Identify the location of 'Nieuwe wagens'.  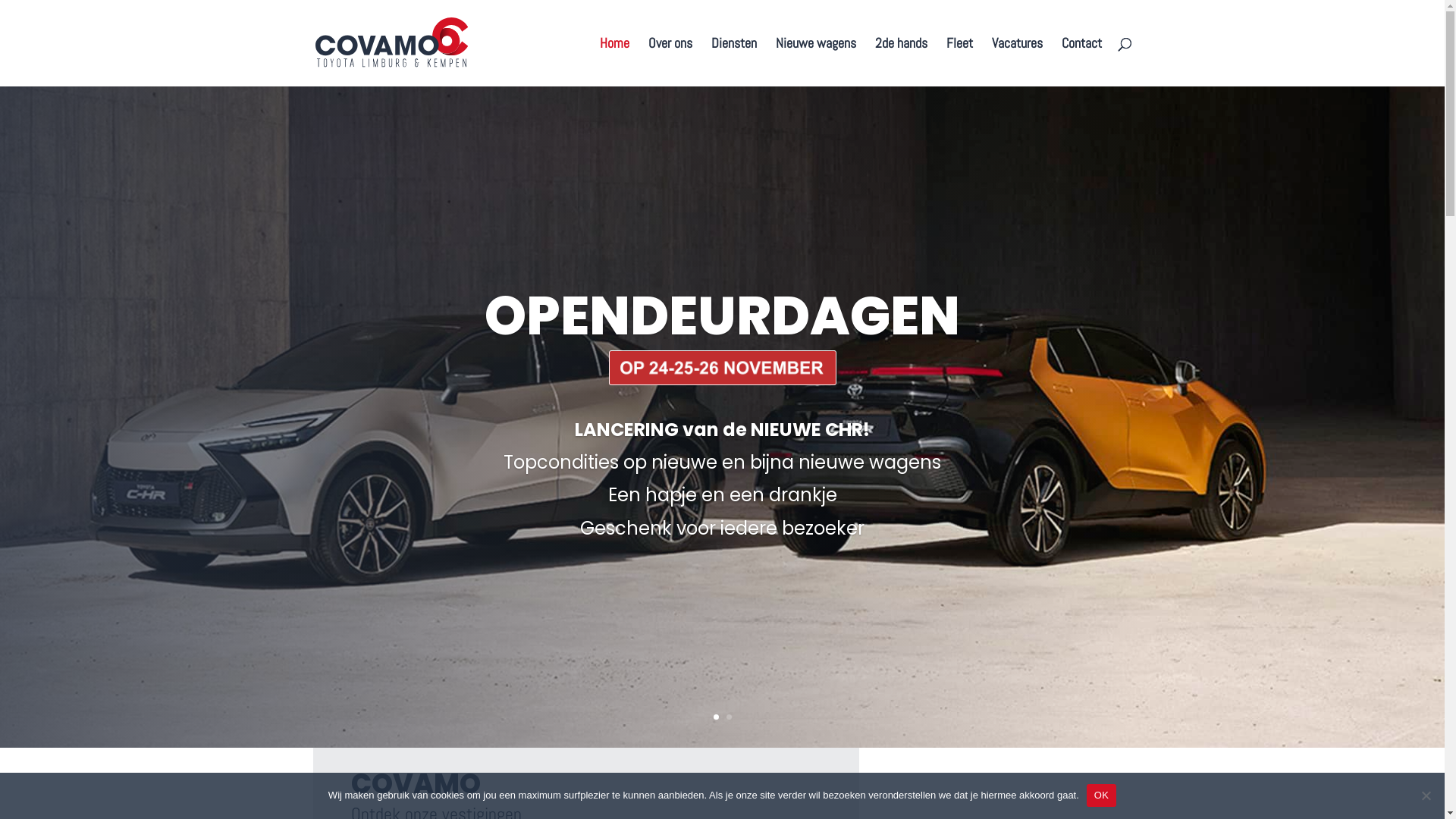
(814, 61).